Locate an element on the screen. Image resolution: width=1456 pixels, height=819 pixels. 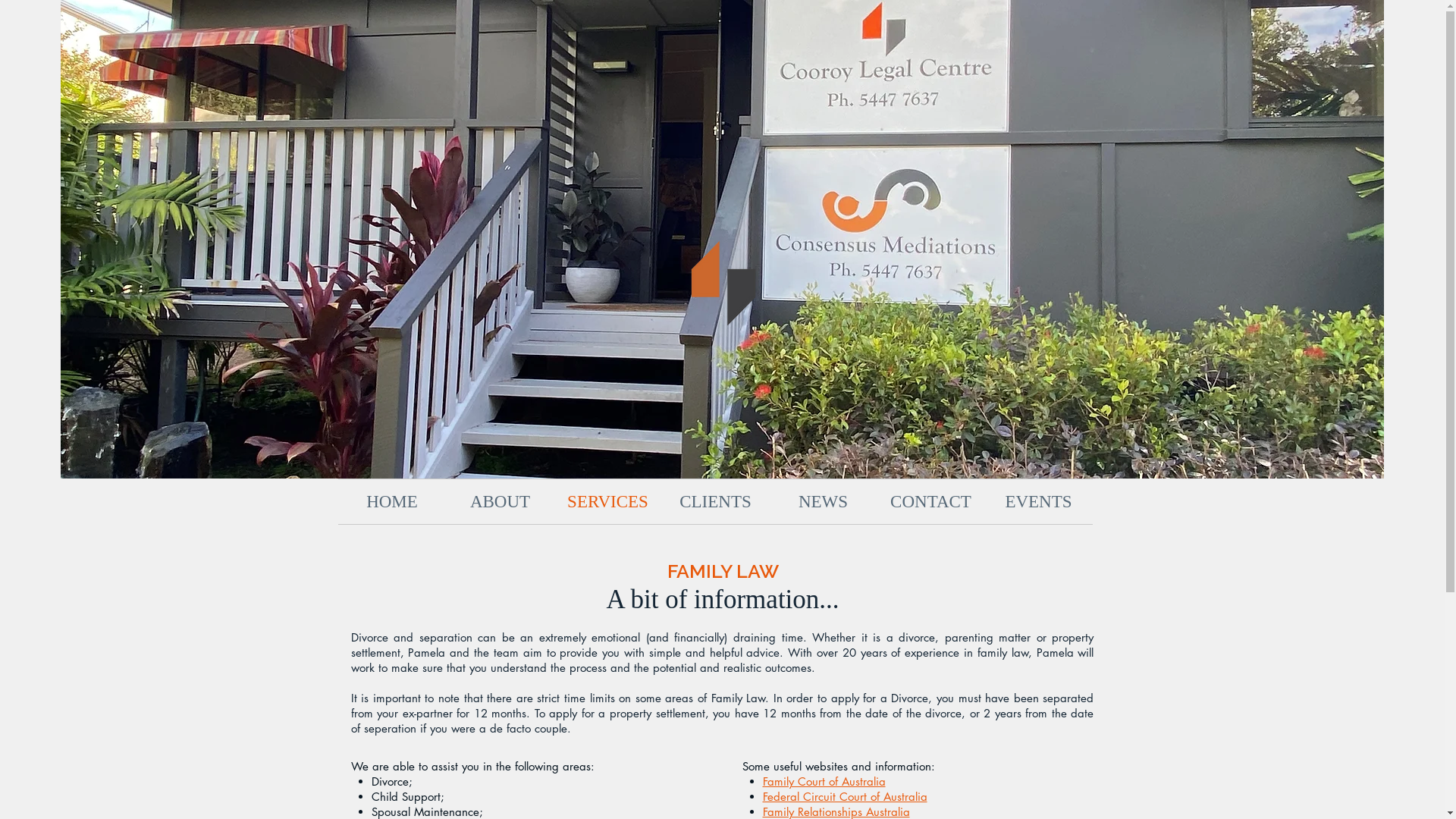
'CONTACT' is located at coordinates (930, 501).